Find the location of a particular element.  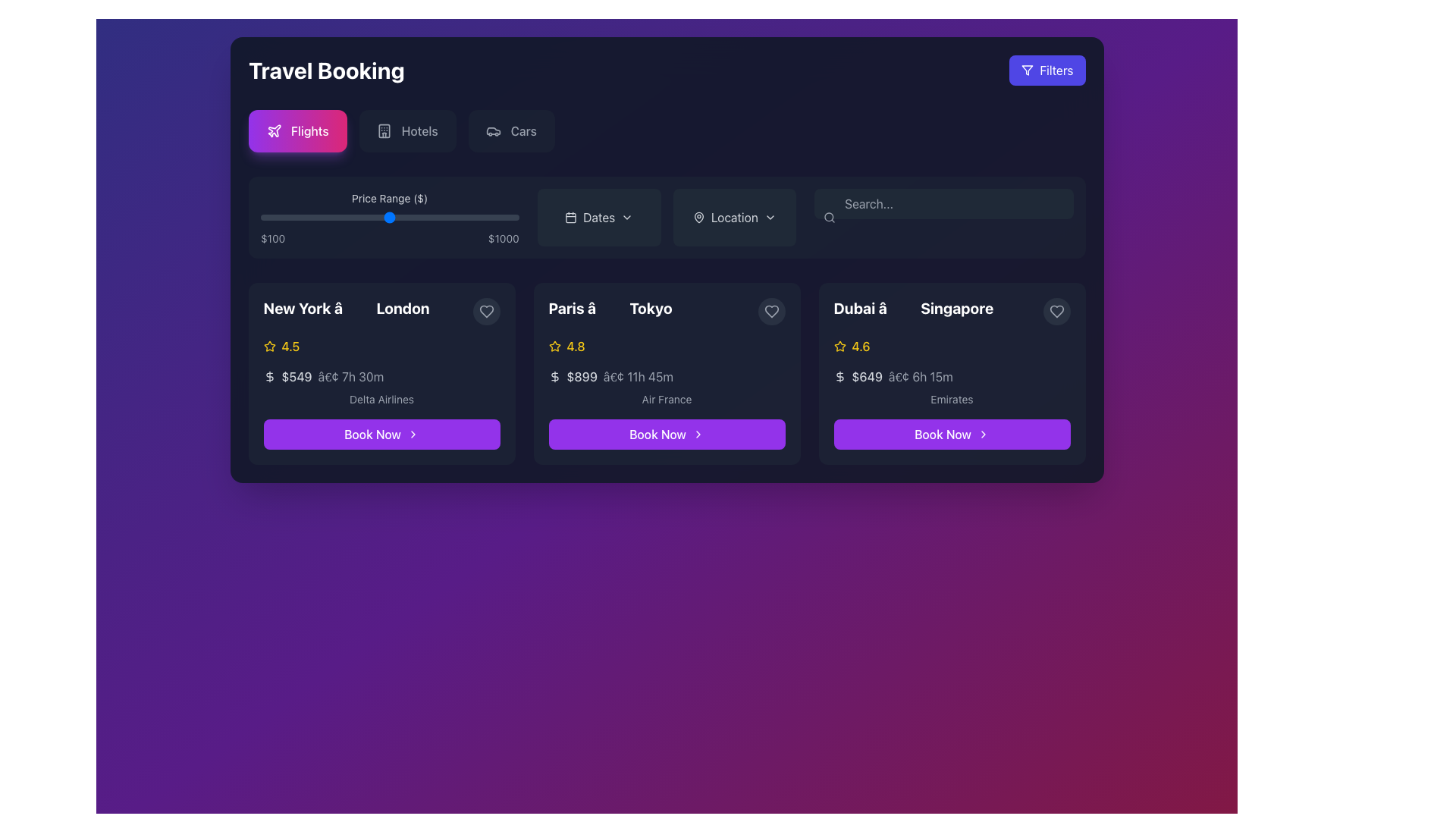

the text label displaying 'New York → London' which is located at the top-left section of the card, above the rating and price details is located at coordinates (381, 311).